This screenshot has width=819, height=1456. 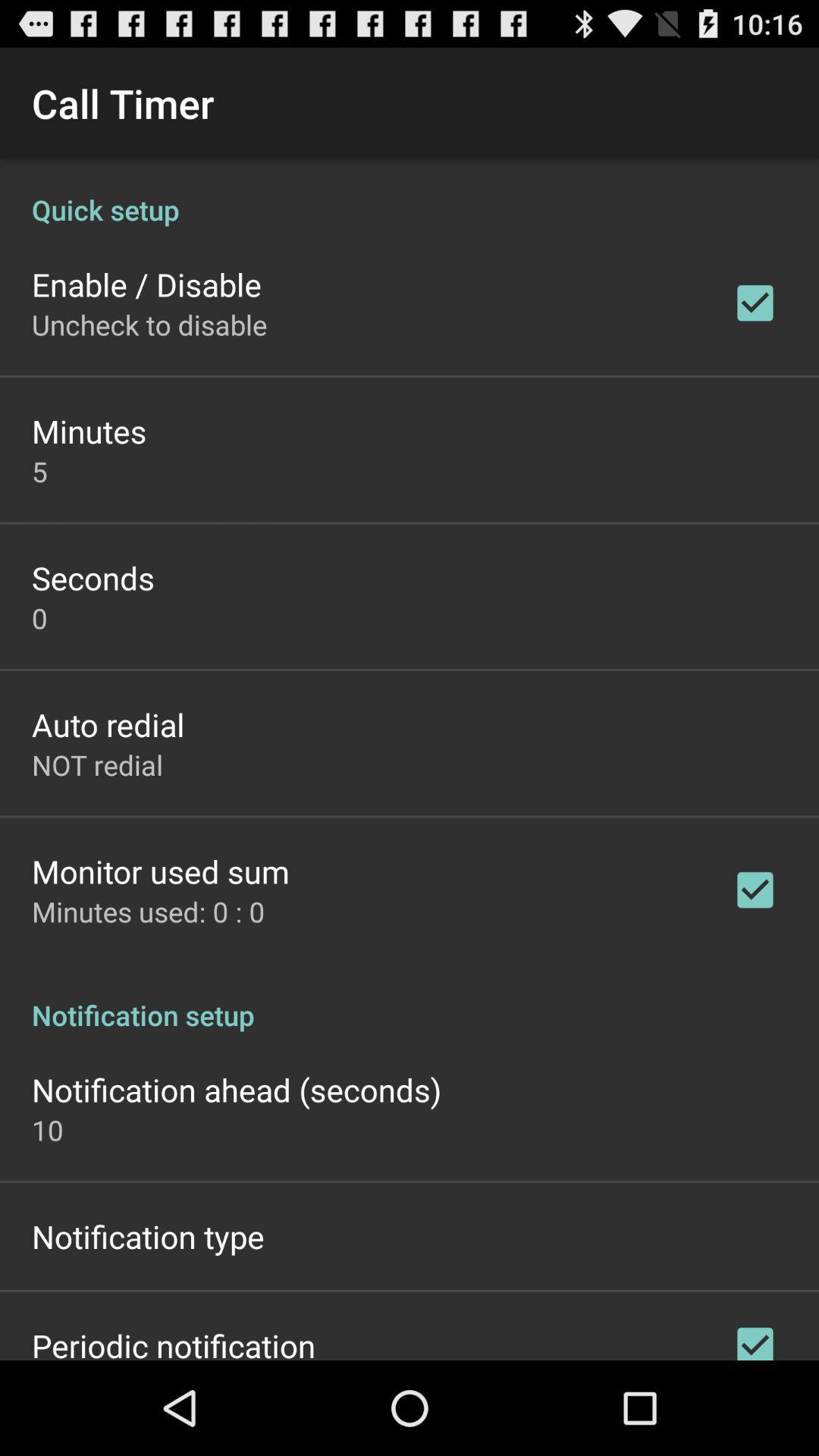 What do you see at coordinates (148, 1236) in the screenshot?
I see `notification type app` at bounding box center [148, 1236].